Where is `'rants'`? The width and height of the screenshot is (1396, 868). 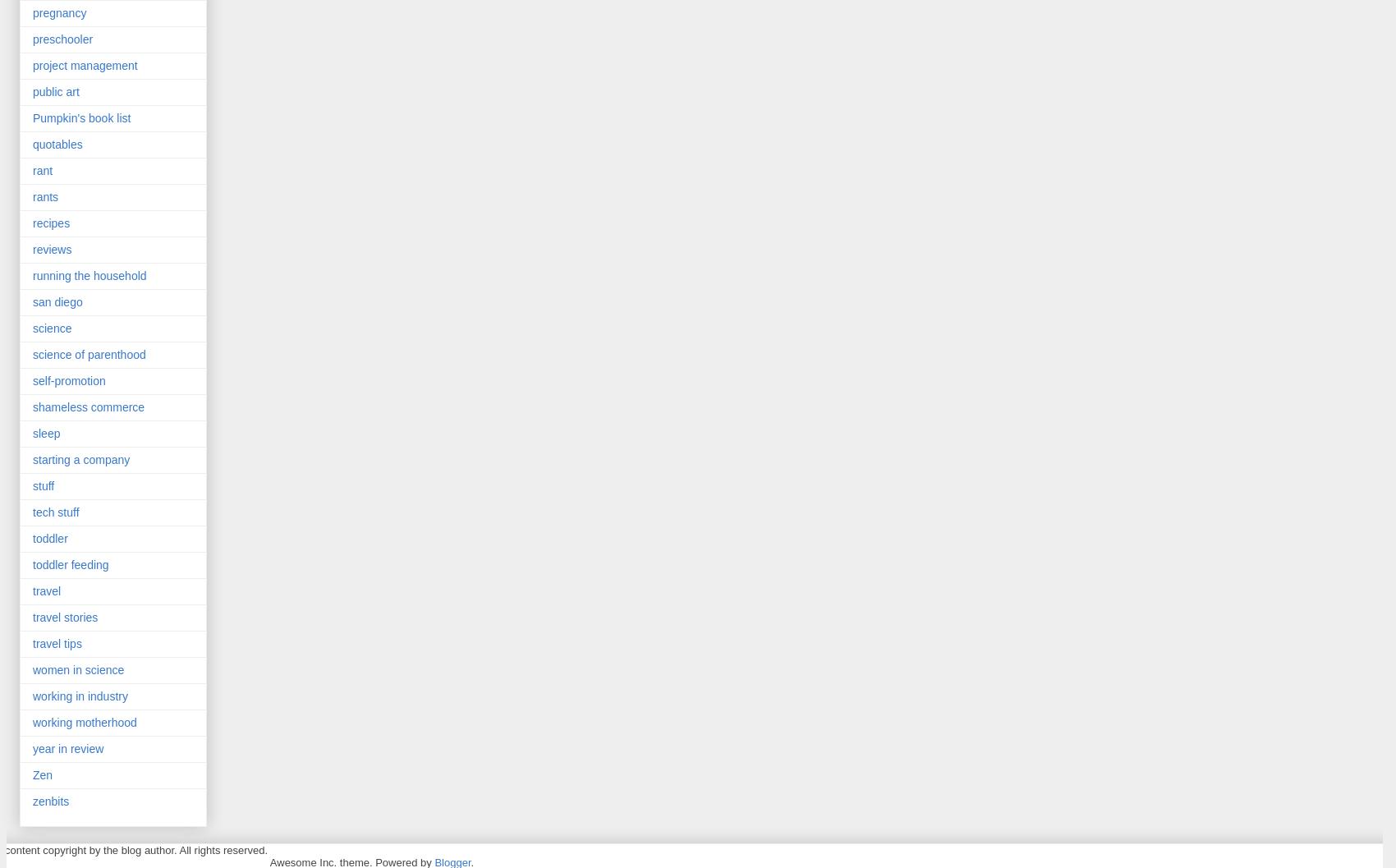
'rants' is located at coordinates (45, 196).